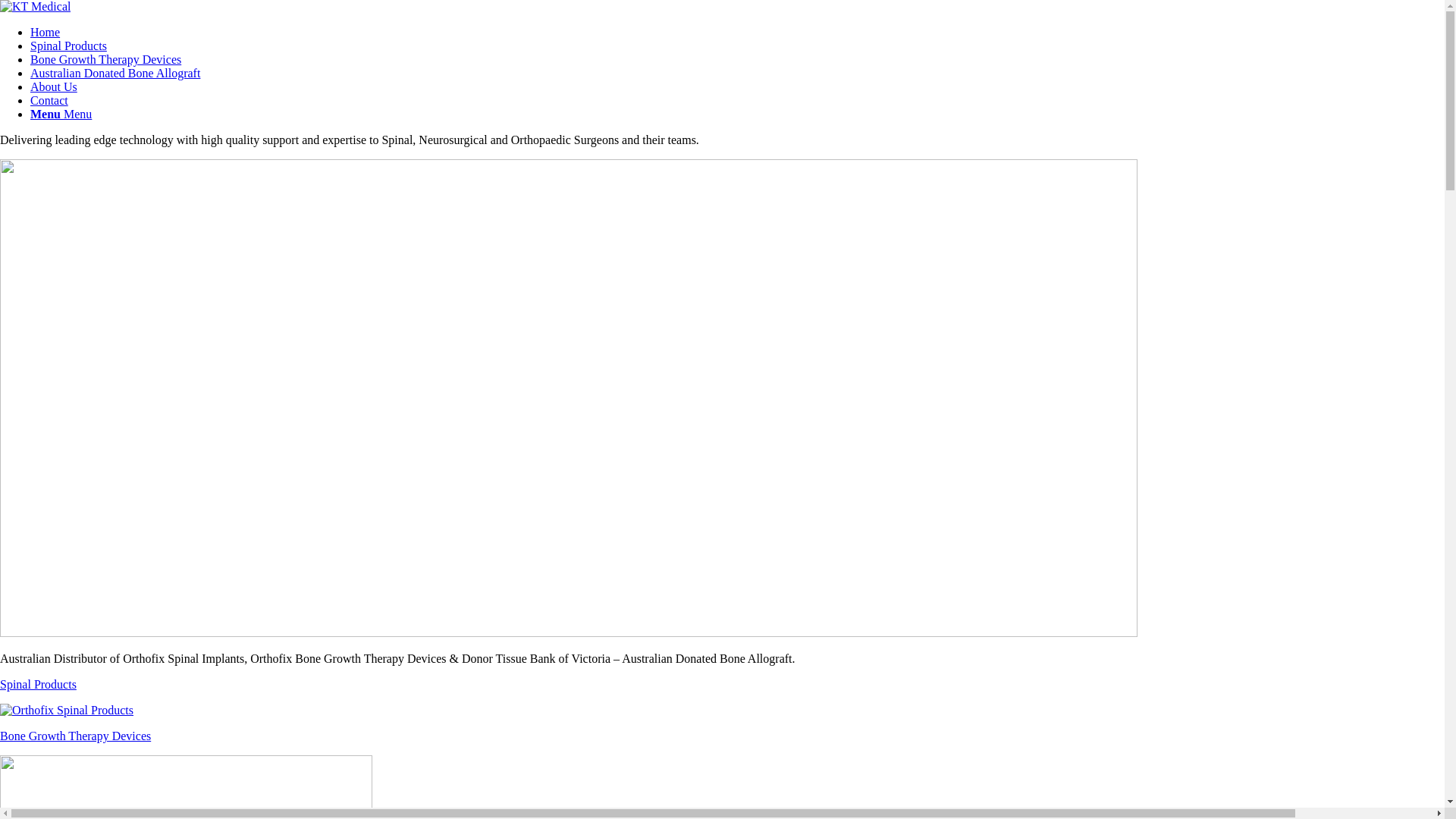 The width and height of the screenshot is (1456, 819). What do you see at coordinates (721, 697) in the screenshot?
I see `'Spinal Products'` at bounding box center [721, 697].